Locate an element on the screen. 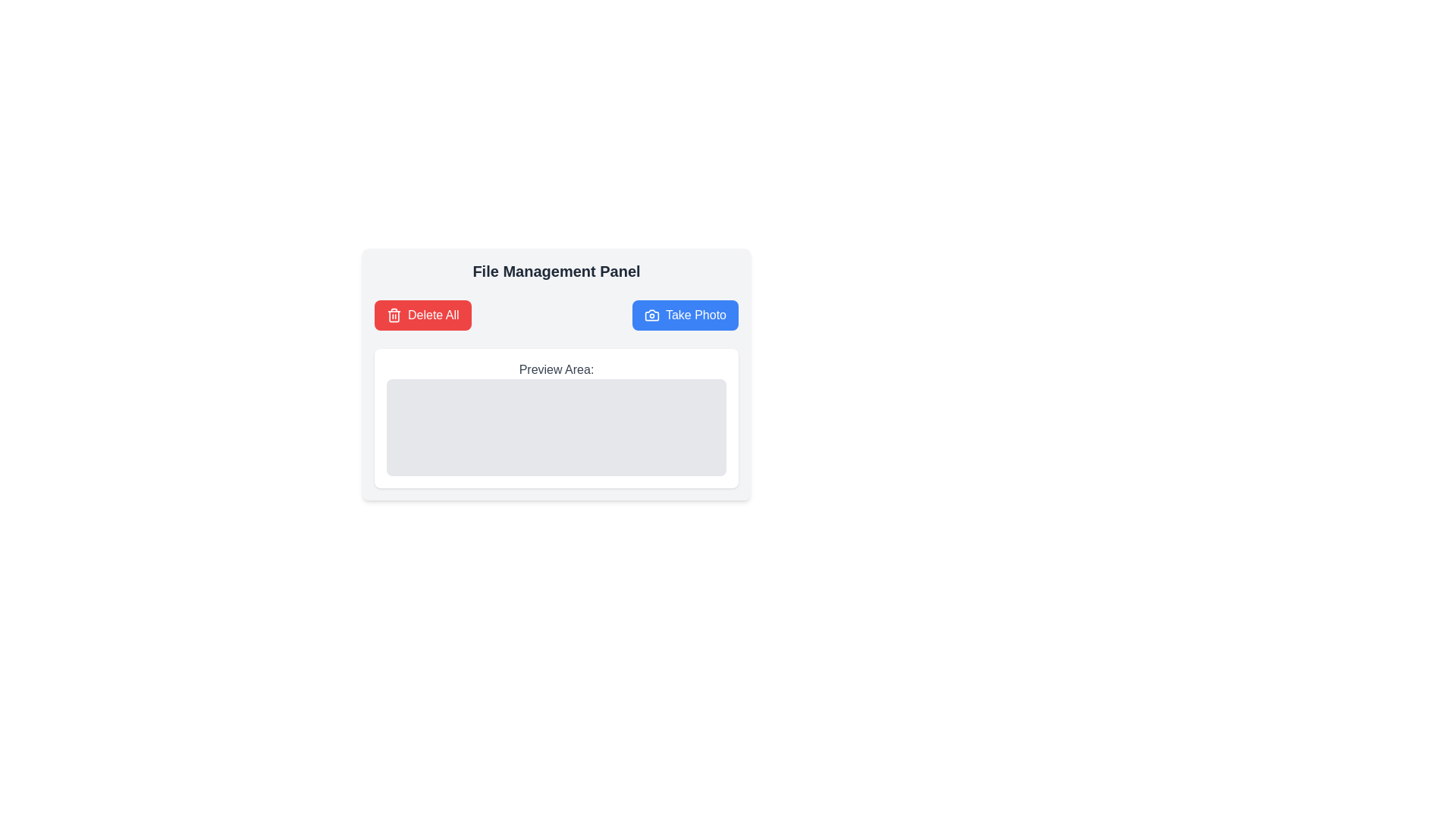  the 'Delete All' icon located in the upper-left region of the 'File Management Panel', which is adjacent to the 'Take Photo' blue button is located at coordinates (394, 315).